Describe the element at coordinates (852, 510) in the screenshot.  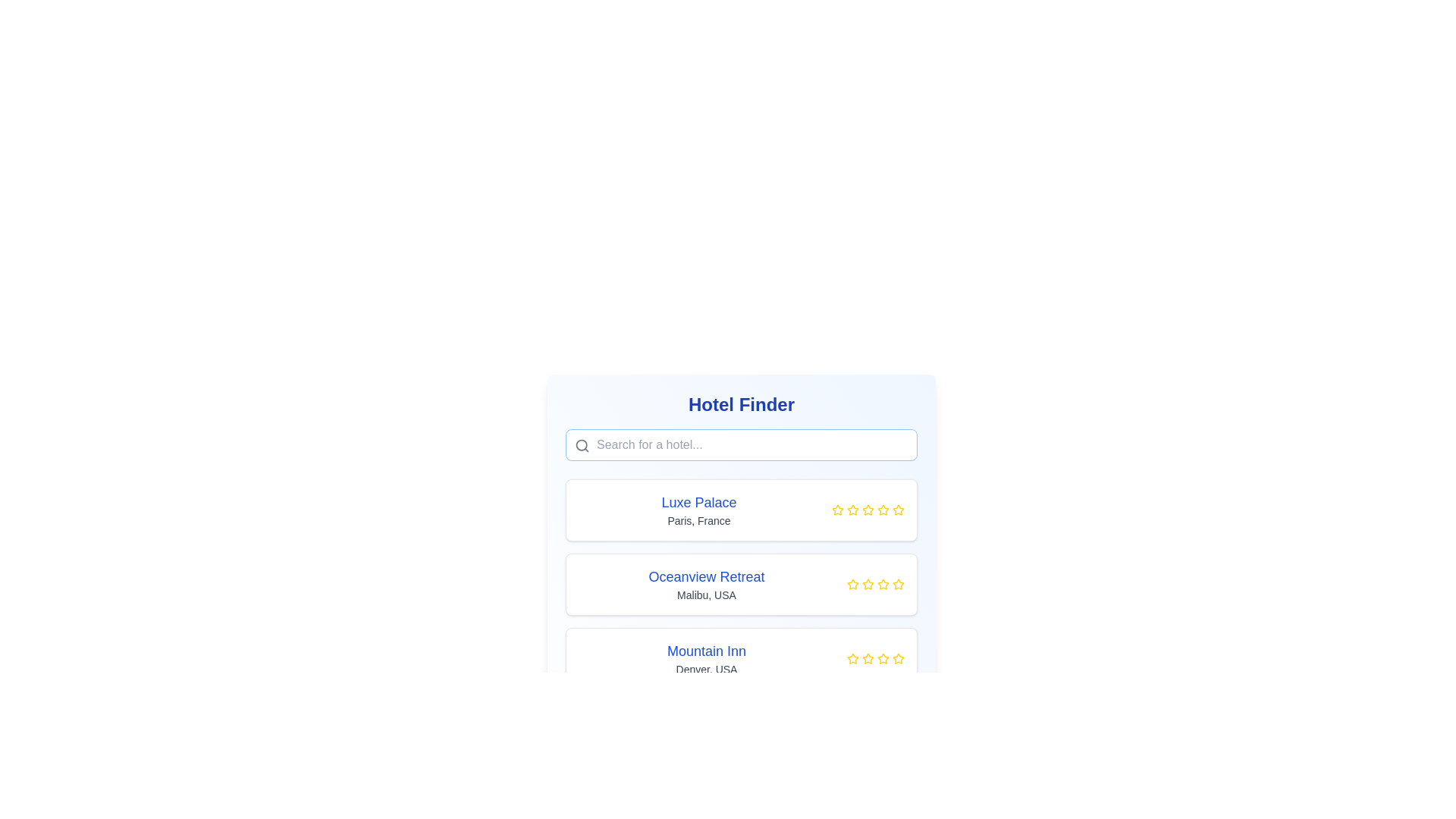
I see `the visual representation of the first yellow star icon used for rating in the 'Luxe Palace' hotel listing` at that location.